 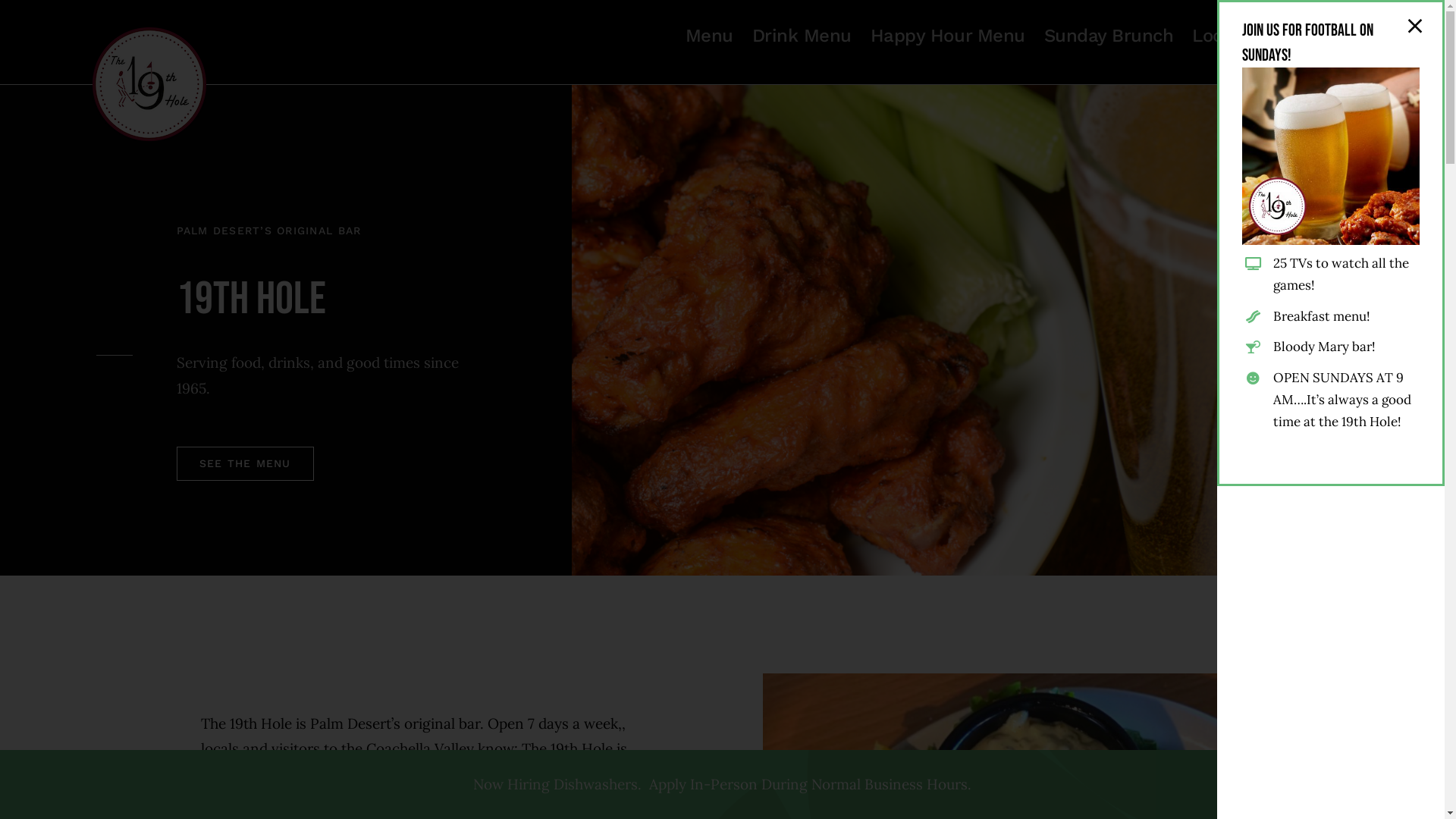 I want to click on 'Sunday Brunch', so click(x=1109, y=34).